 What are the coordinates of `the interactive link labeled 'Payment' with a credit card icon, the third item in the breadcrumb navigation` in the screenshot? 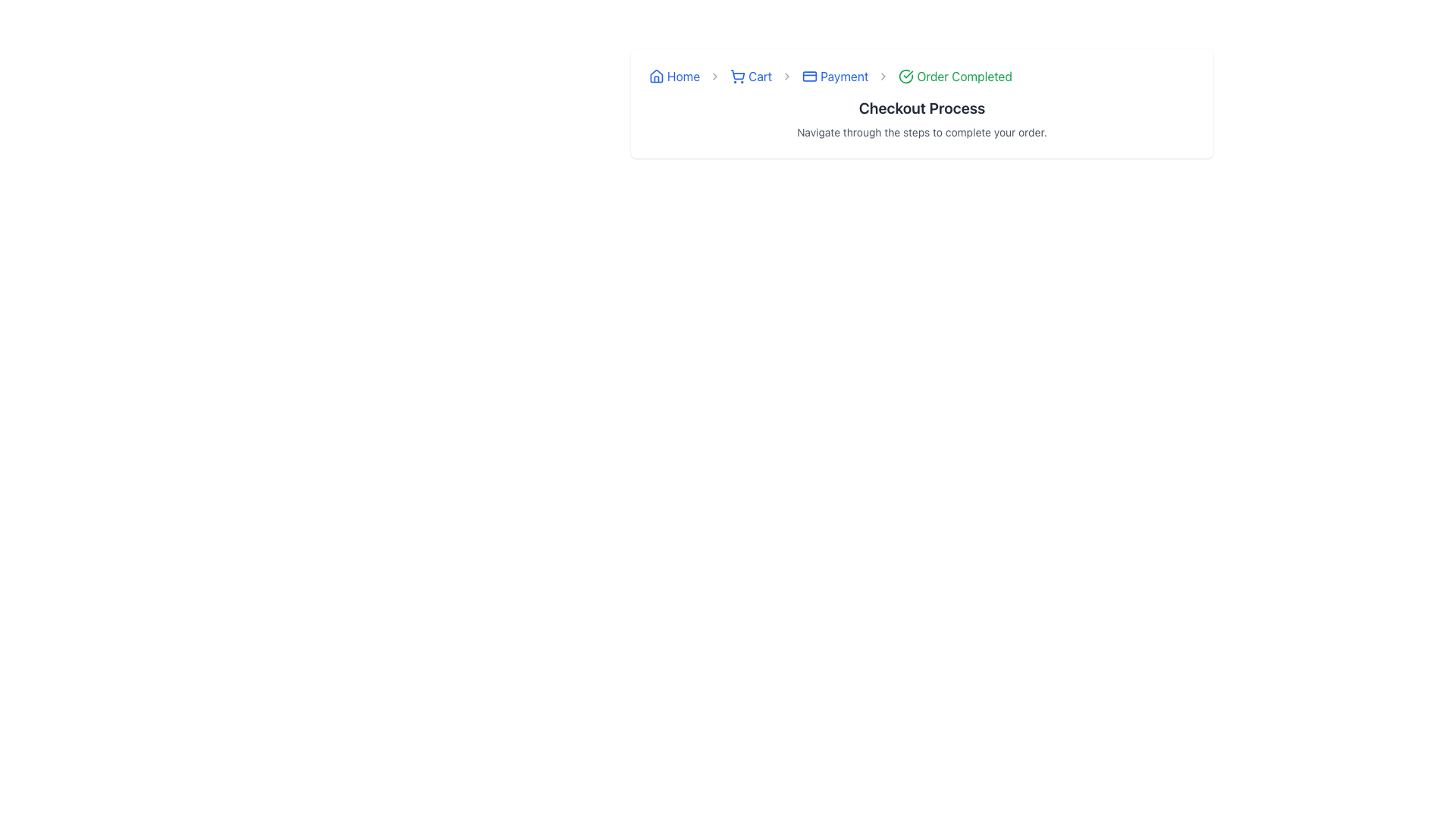 It's located at (834, 76).